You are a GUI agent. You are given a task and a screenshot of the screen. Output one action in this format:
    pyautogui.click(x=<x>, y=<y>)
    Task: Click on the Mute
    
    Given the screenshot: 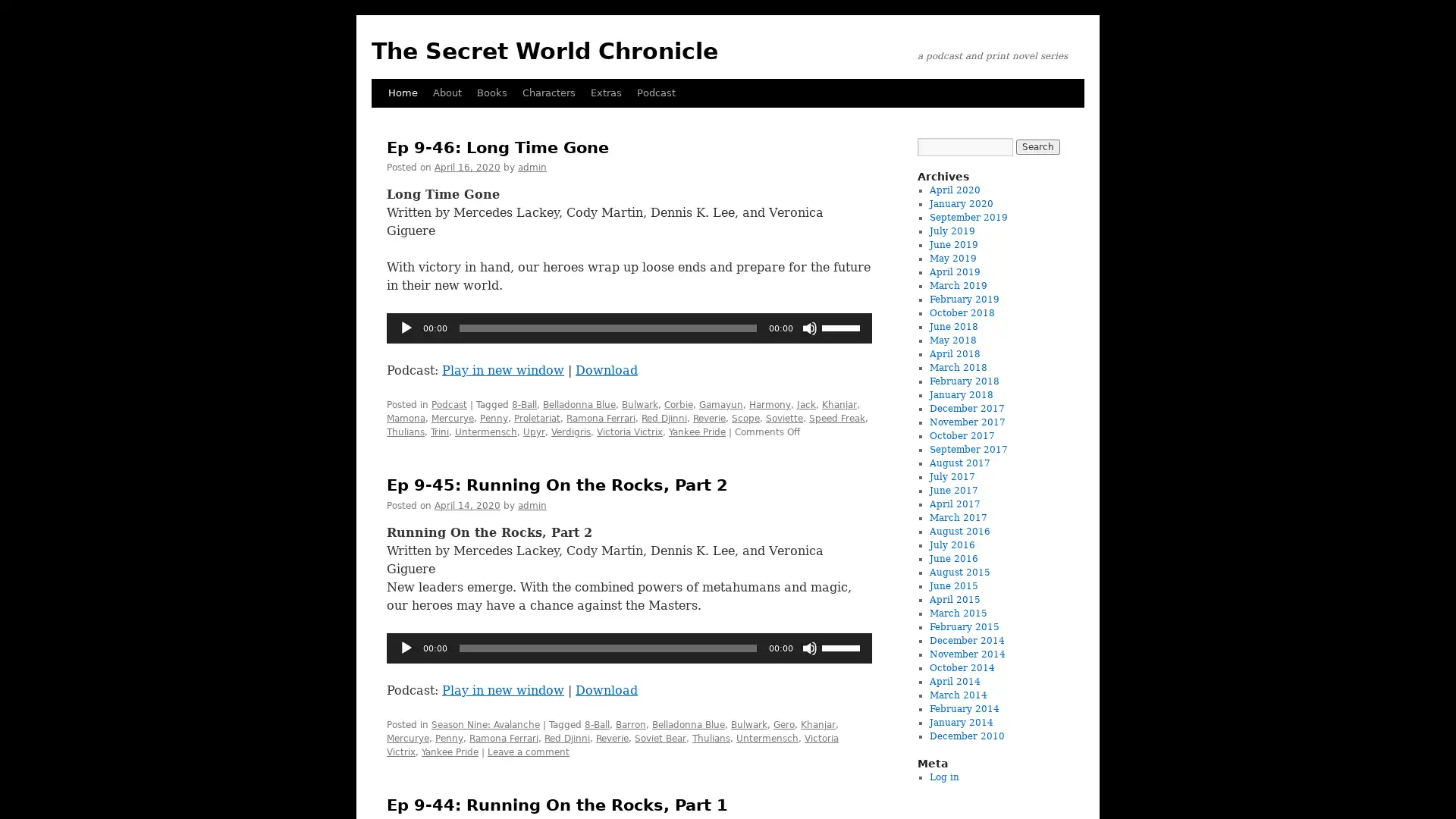 What is the action you would take?
    pyautogui.click(x=808, y=647)
    